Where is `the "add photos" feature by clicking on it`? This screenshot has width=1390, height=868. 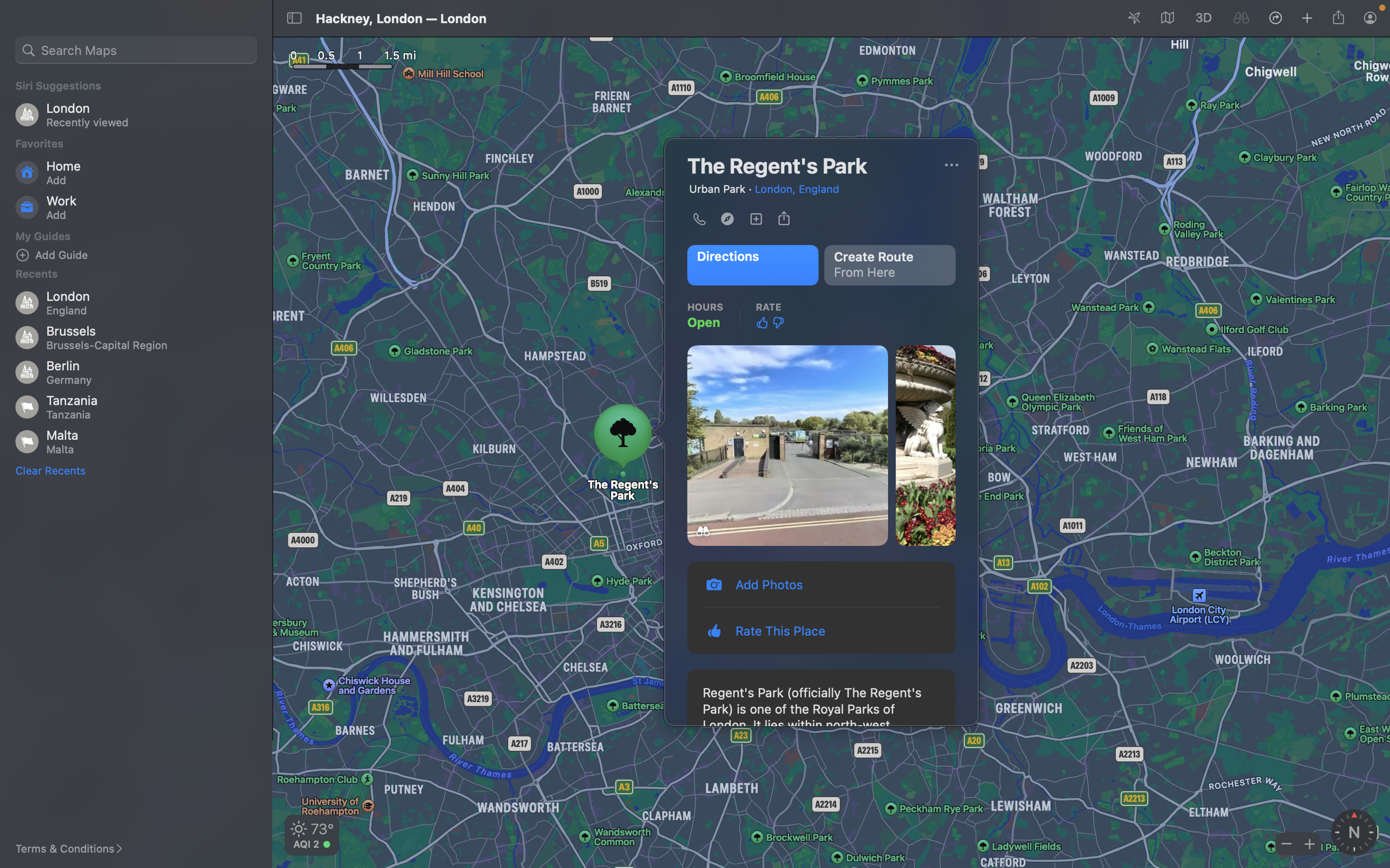 the "add photos" feature by clicking on it is located at coordinates (822, 583).